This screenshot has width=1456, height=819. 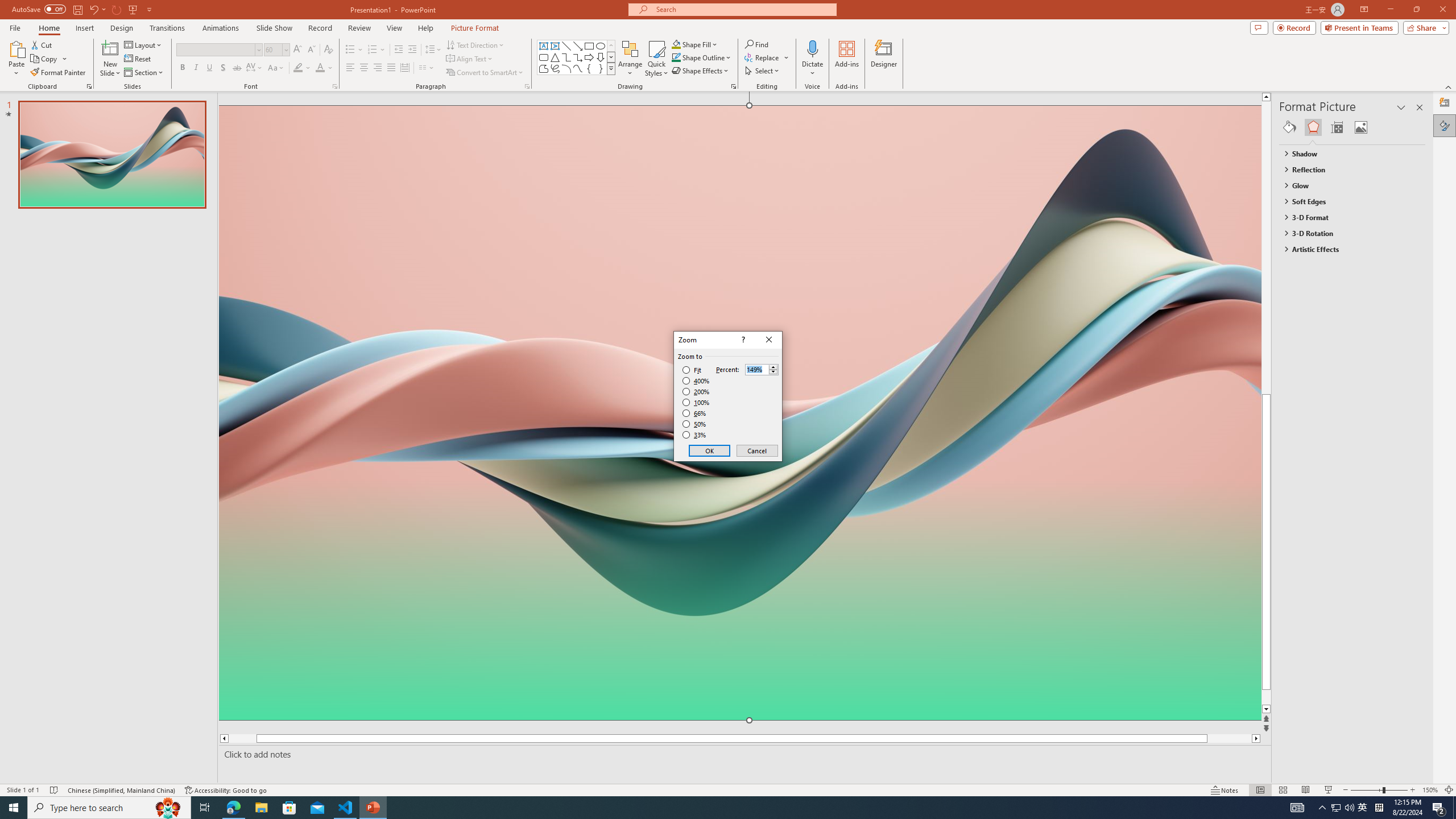 I want to click on '3-D Format', so click(x=1347, y=217).